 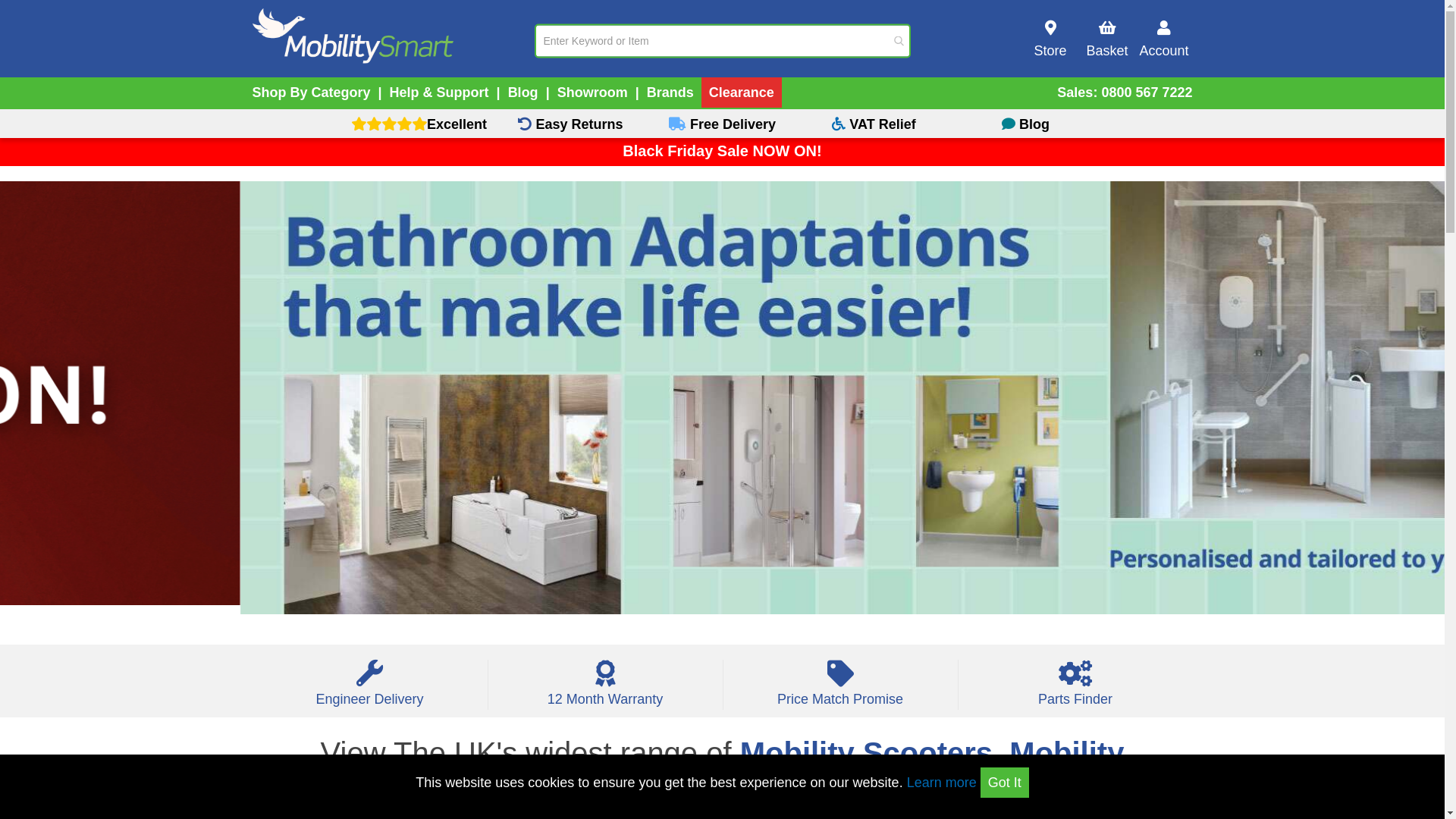 I want to click on 'Parts Finder', so click(x=1075, y=690).